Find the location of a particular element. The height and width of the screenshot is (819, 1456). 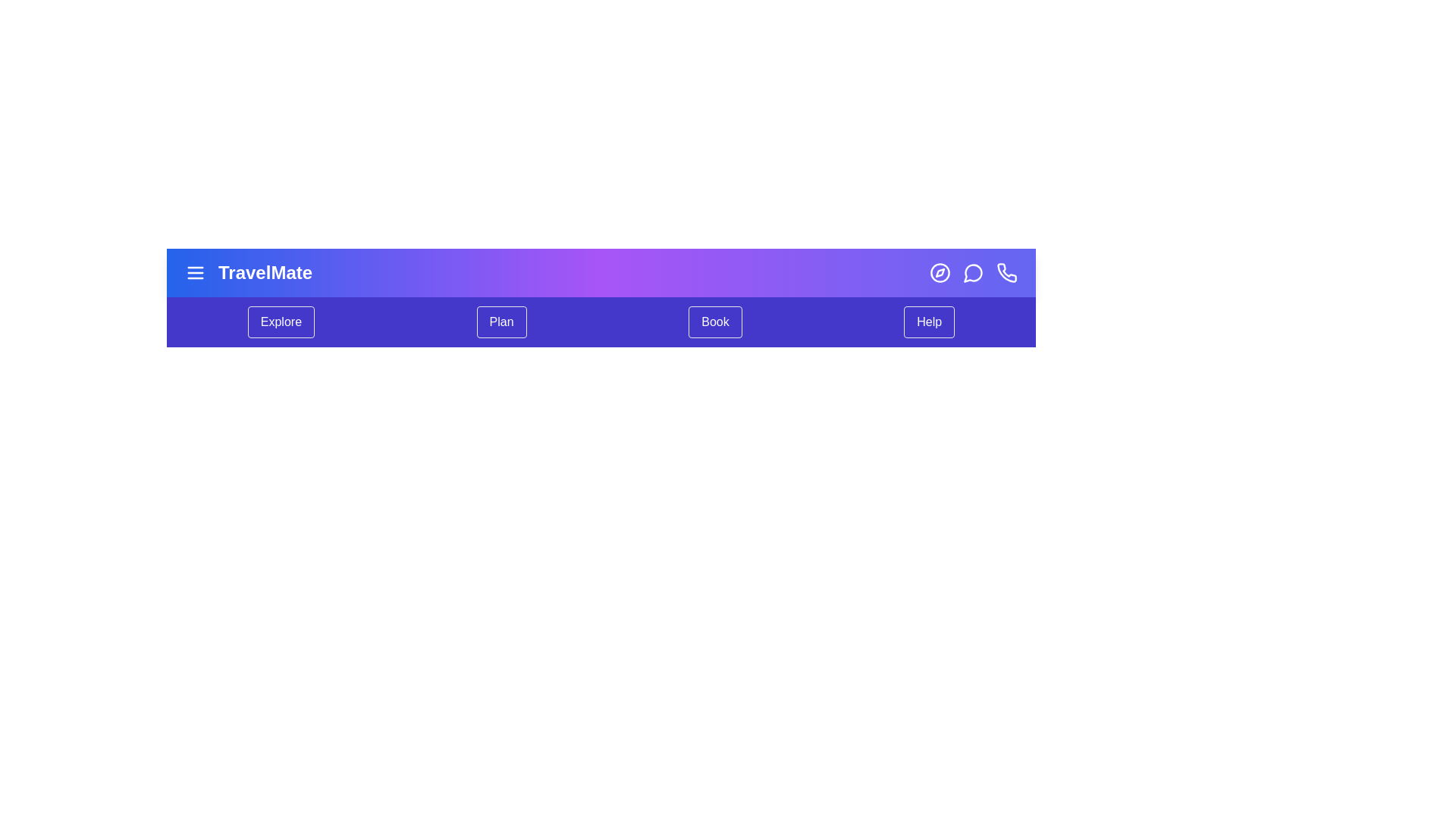

the 'Book' menu item is located at coordinates (714, 321).